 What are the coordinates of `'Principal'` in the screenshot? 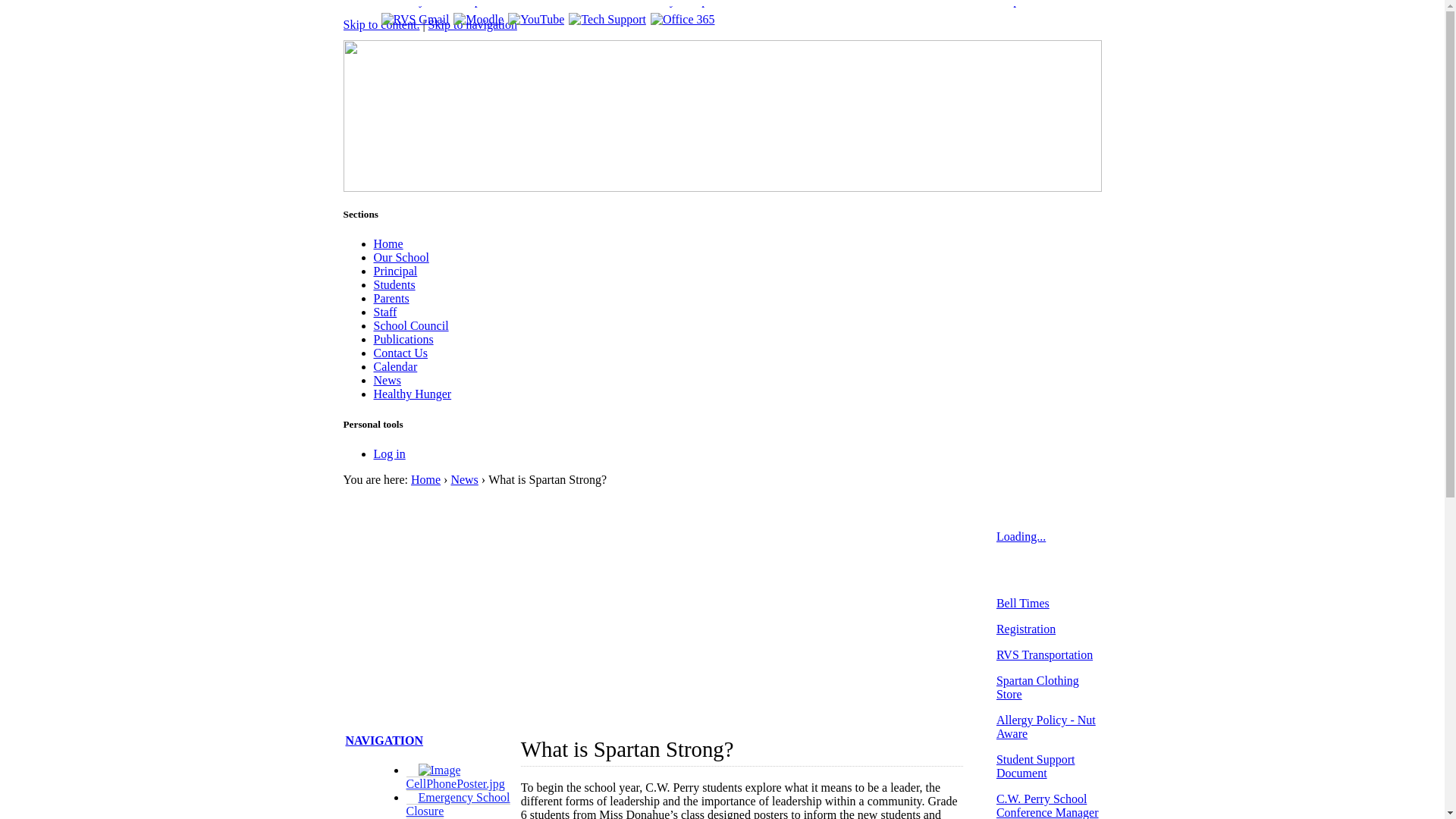 It's located at (395, 270).